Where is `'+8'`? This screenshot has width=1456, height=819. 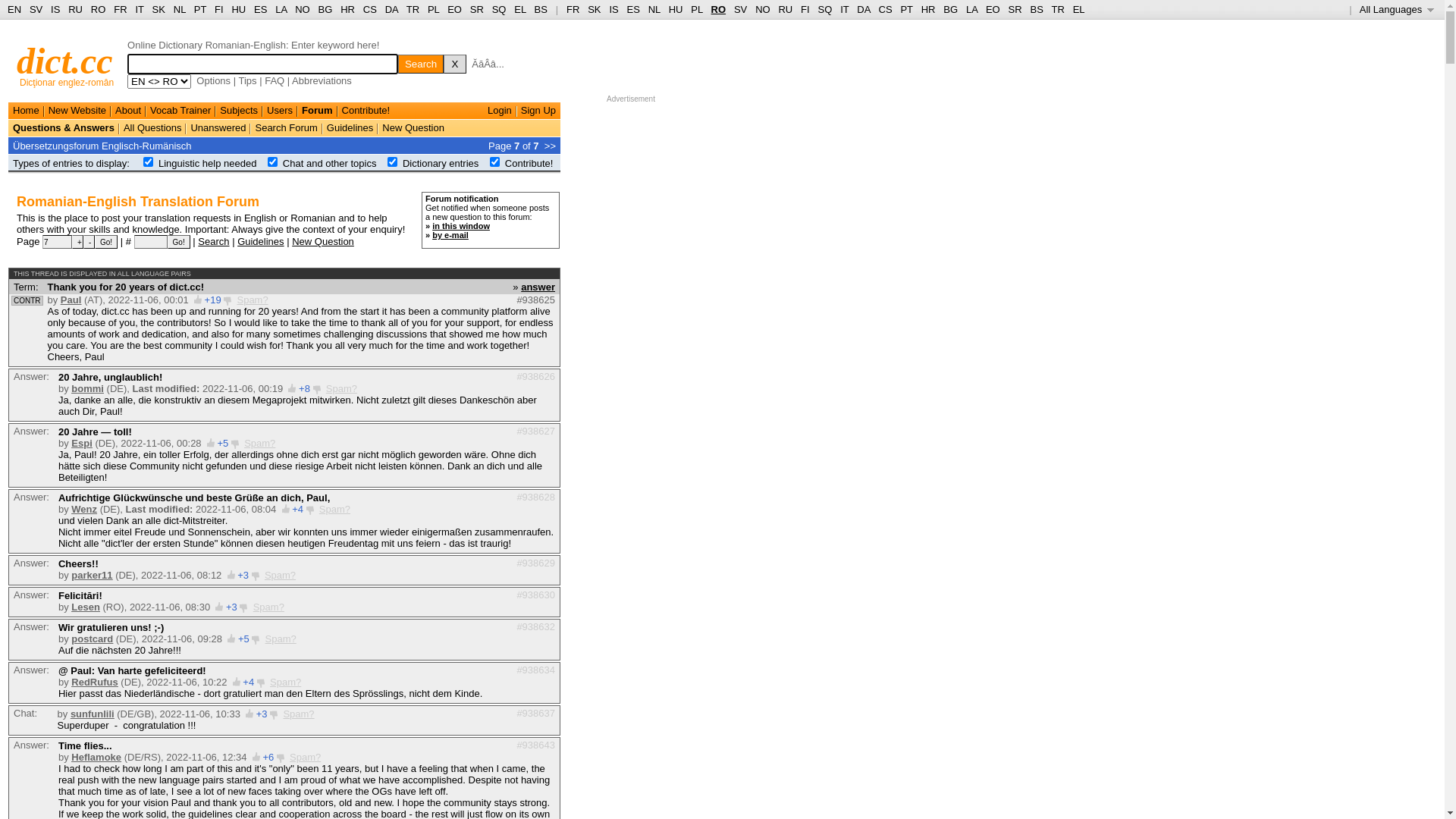 '+8' is located at coordinates (303, 388).